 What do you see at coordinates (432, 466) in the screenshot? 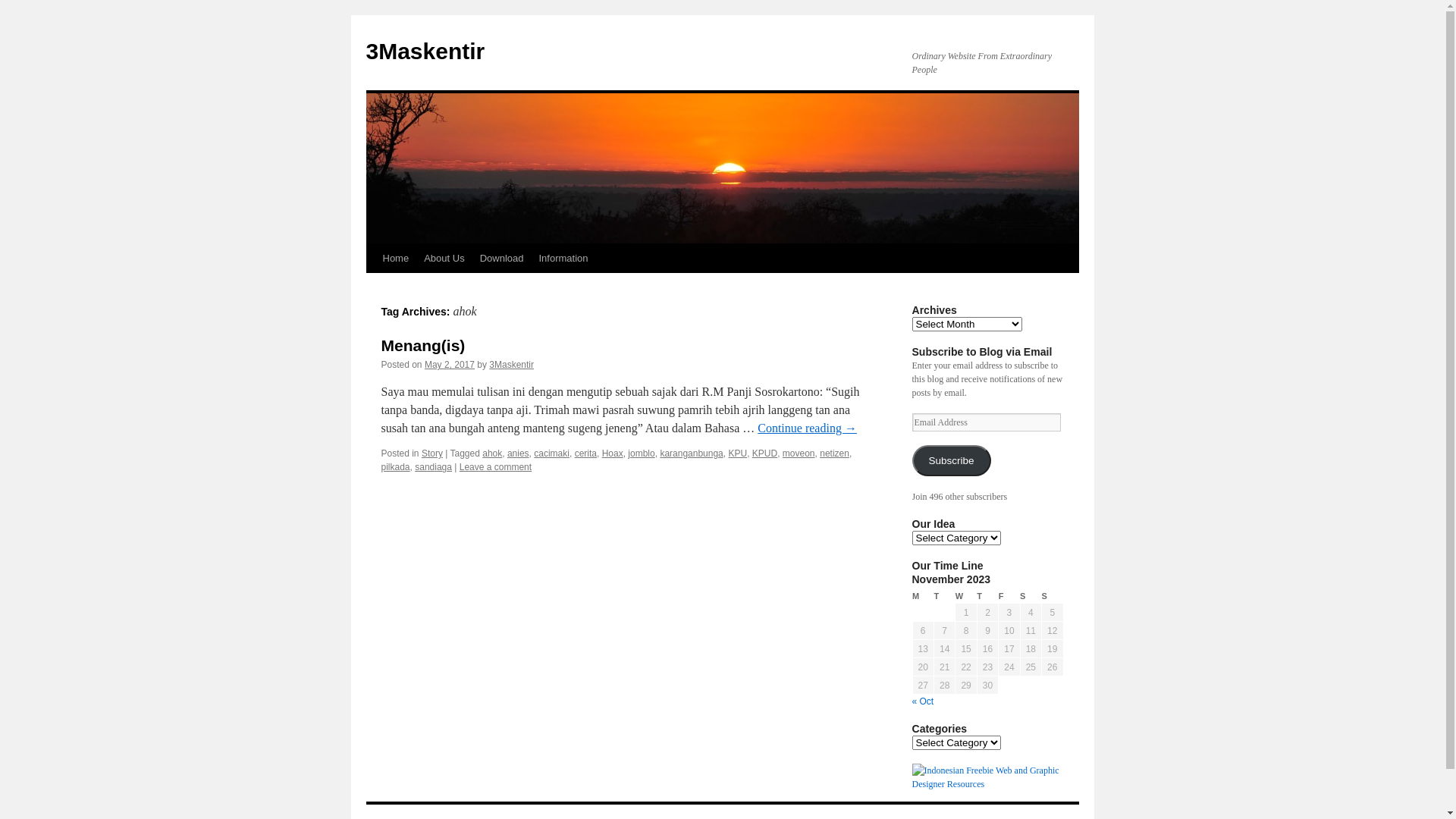
I see `'sandiaga'` at bounding box center [432, 466].